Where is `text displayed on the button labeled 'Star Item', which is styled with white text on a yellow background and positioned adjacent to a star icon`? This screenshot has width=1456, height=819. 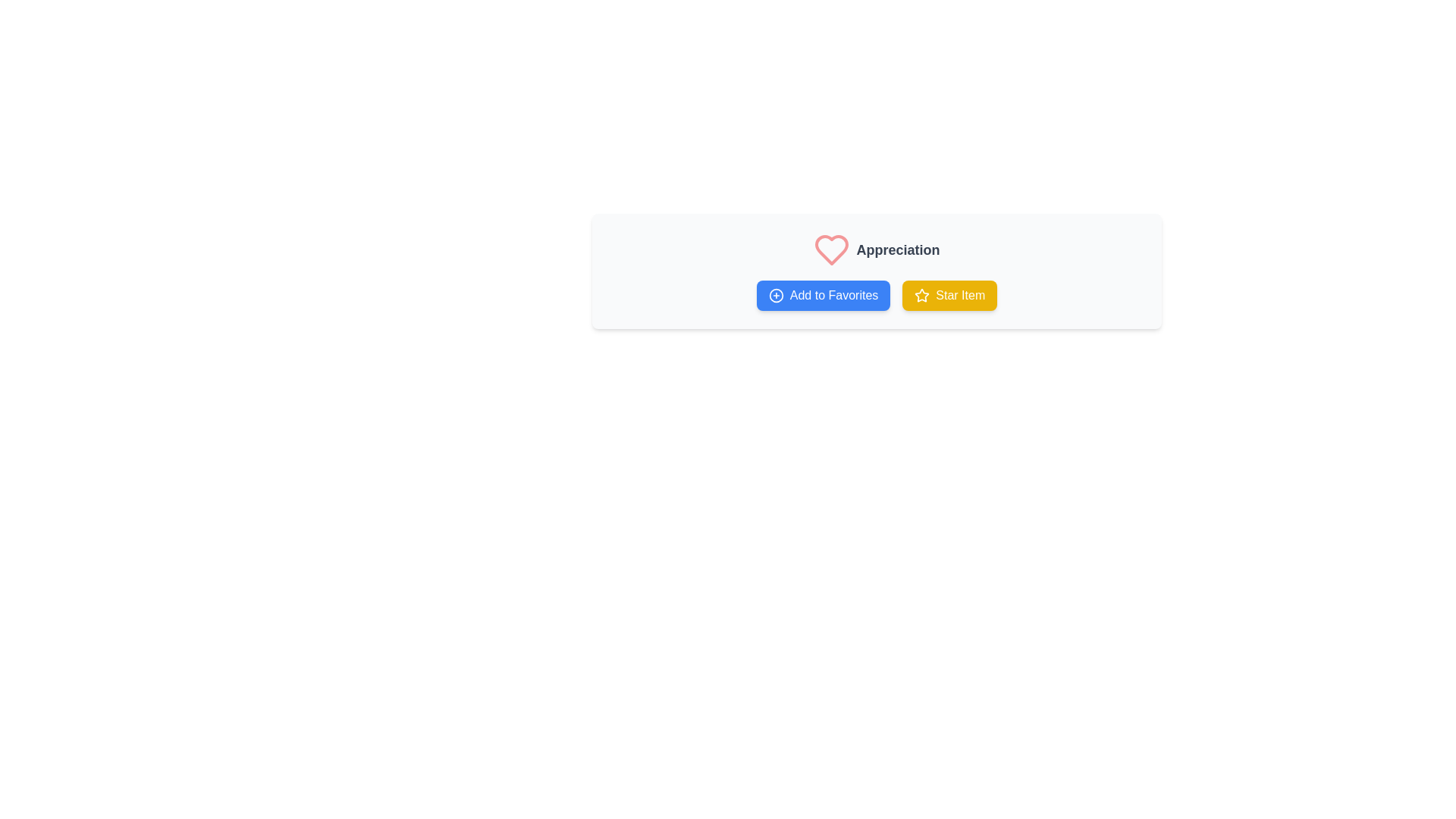
text displayed on the button labeled 'Star Item', which is styled with white text on a yellow background and positioned adjacent to a star icon is located at coordinates (959, 295).